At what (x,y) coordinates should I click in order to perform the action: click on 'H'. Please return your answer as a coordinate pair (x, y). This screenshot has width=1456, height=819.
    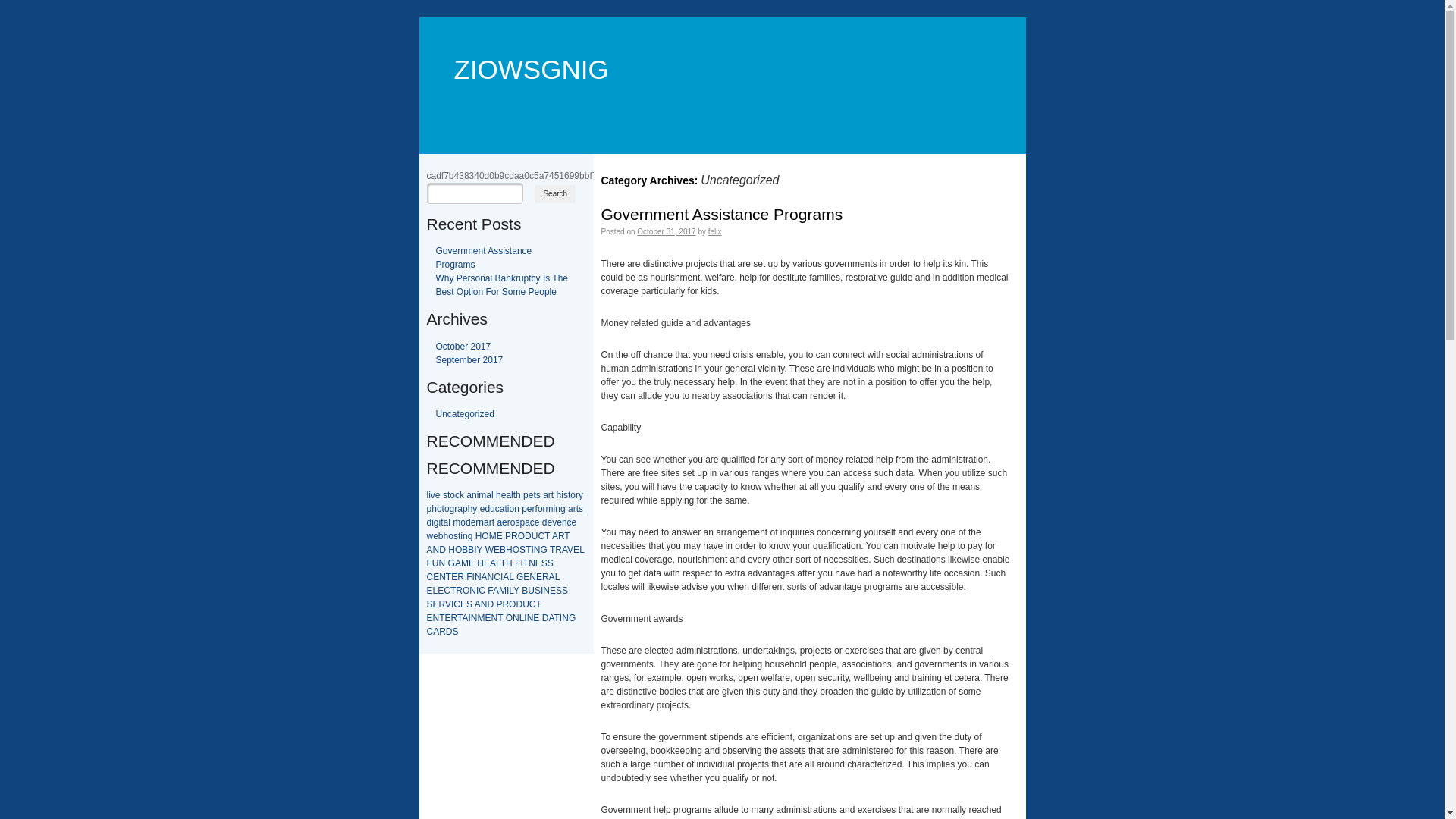
    Looking at the image, I should click on (509, 563).